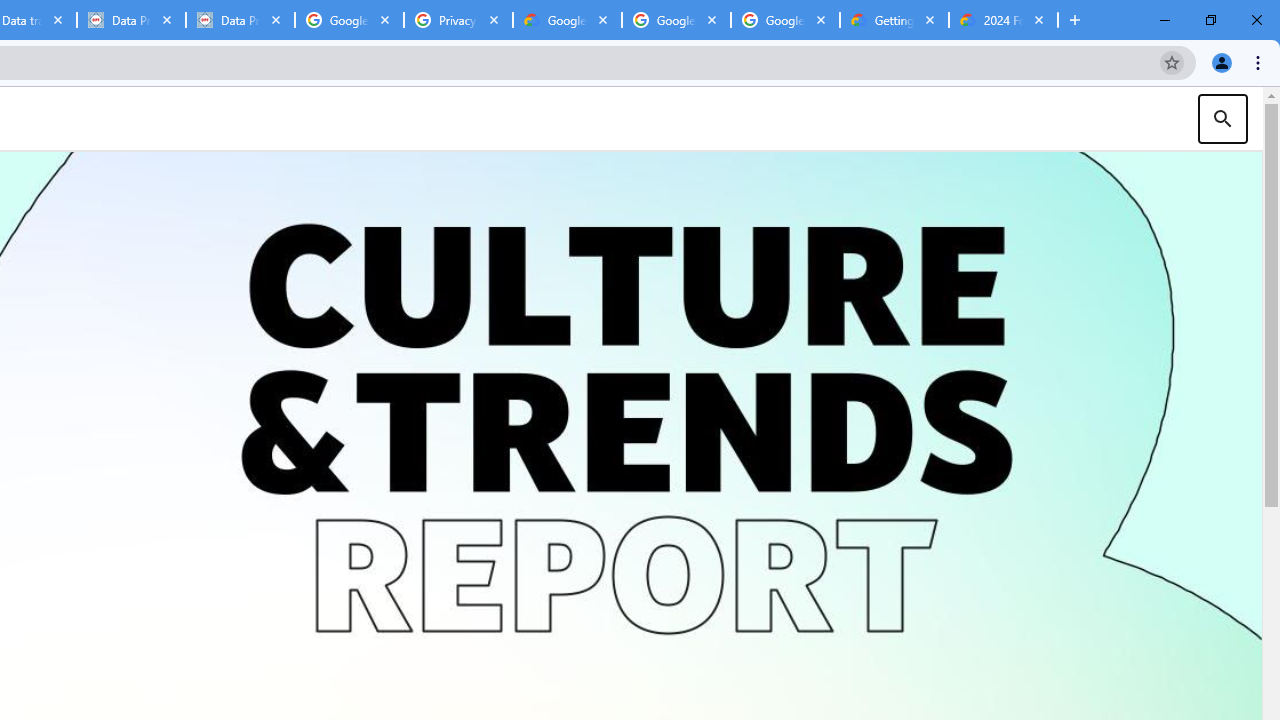  What do you see at coordinates (130, 20) in the screenshot?
I see `'Data Privacy Framework'` at bounding box center [130, 20].